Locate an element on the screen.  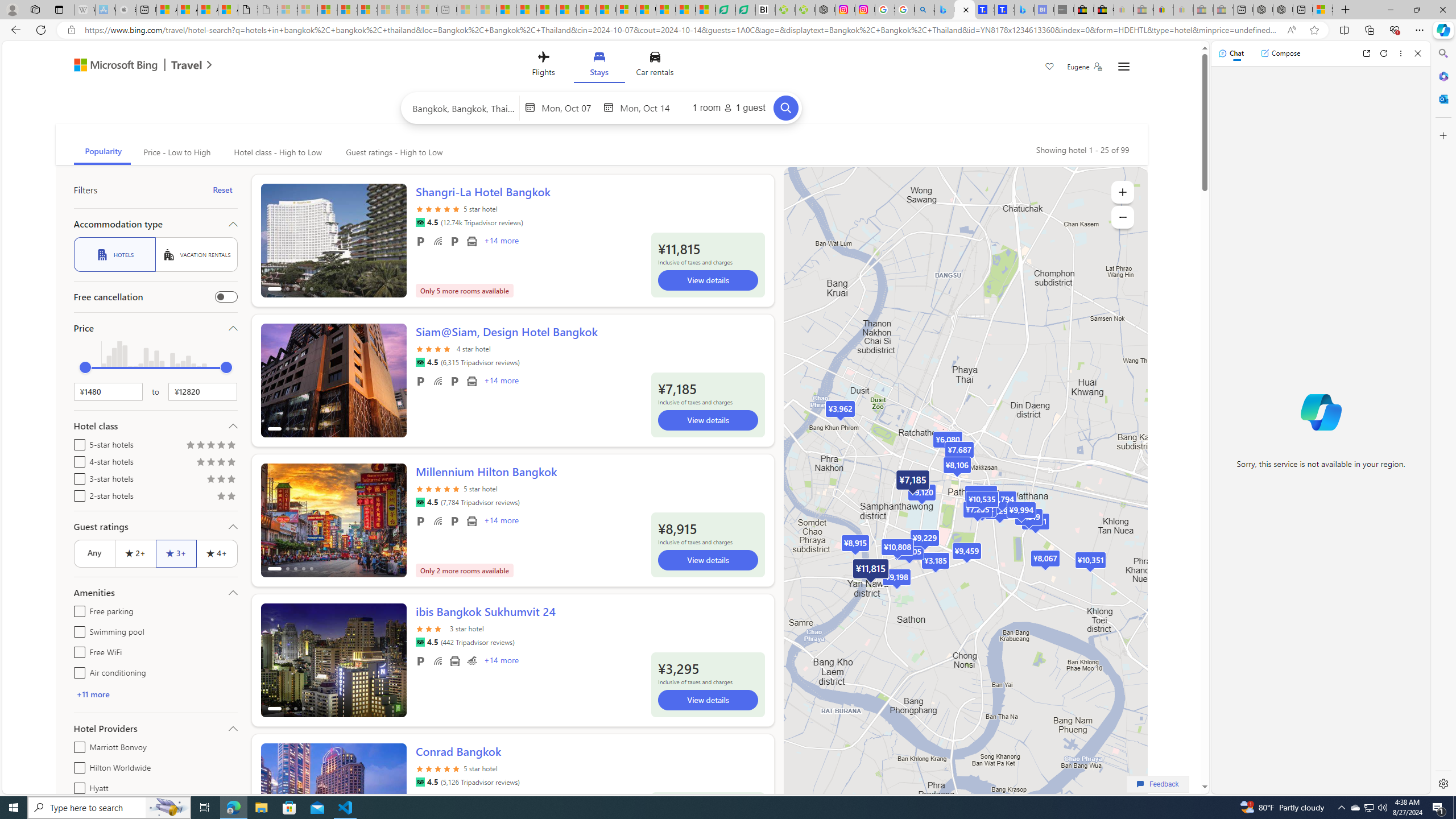
'Hotel class - High to Low' is located at coordinates (276, 152).